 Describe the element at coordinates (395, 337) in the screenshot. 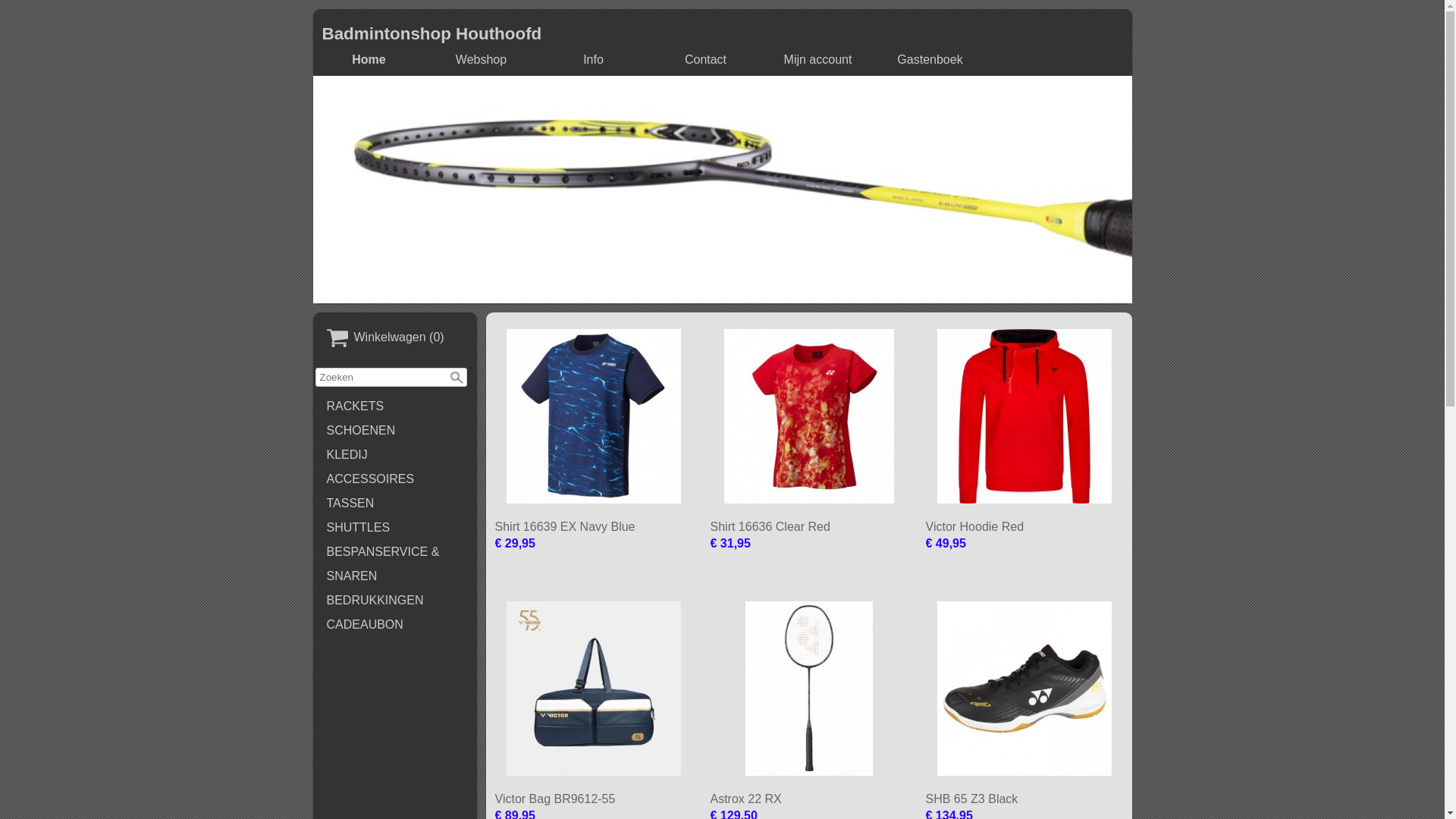

I see `'WinkelwagenWinkelwagen (0)'` at that location.